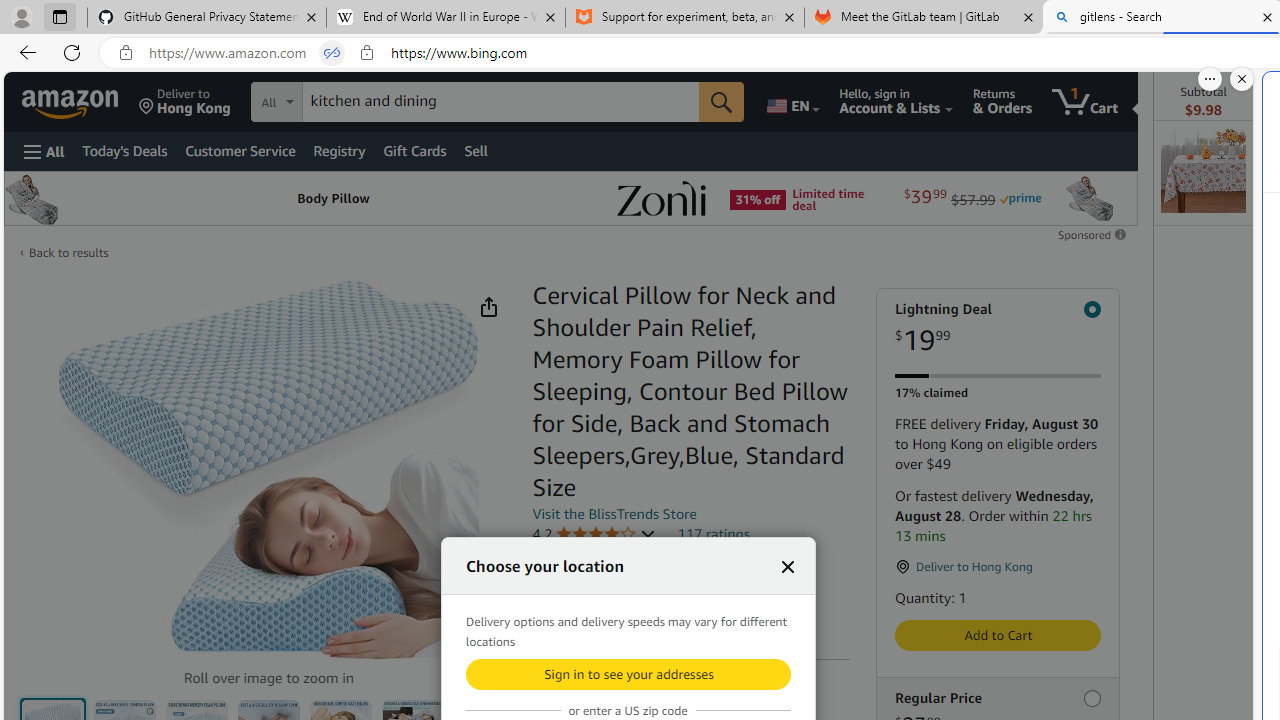 Image resolution: width=1280 pixels, height=720 pixels. Describe the element at coordinates (720, 101) in the screenshot. I see `'Go'` at that location.